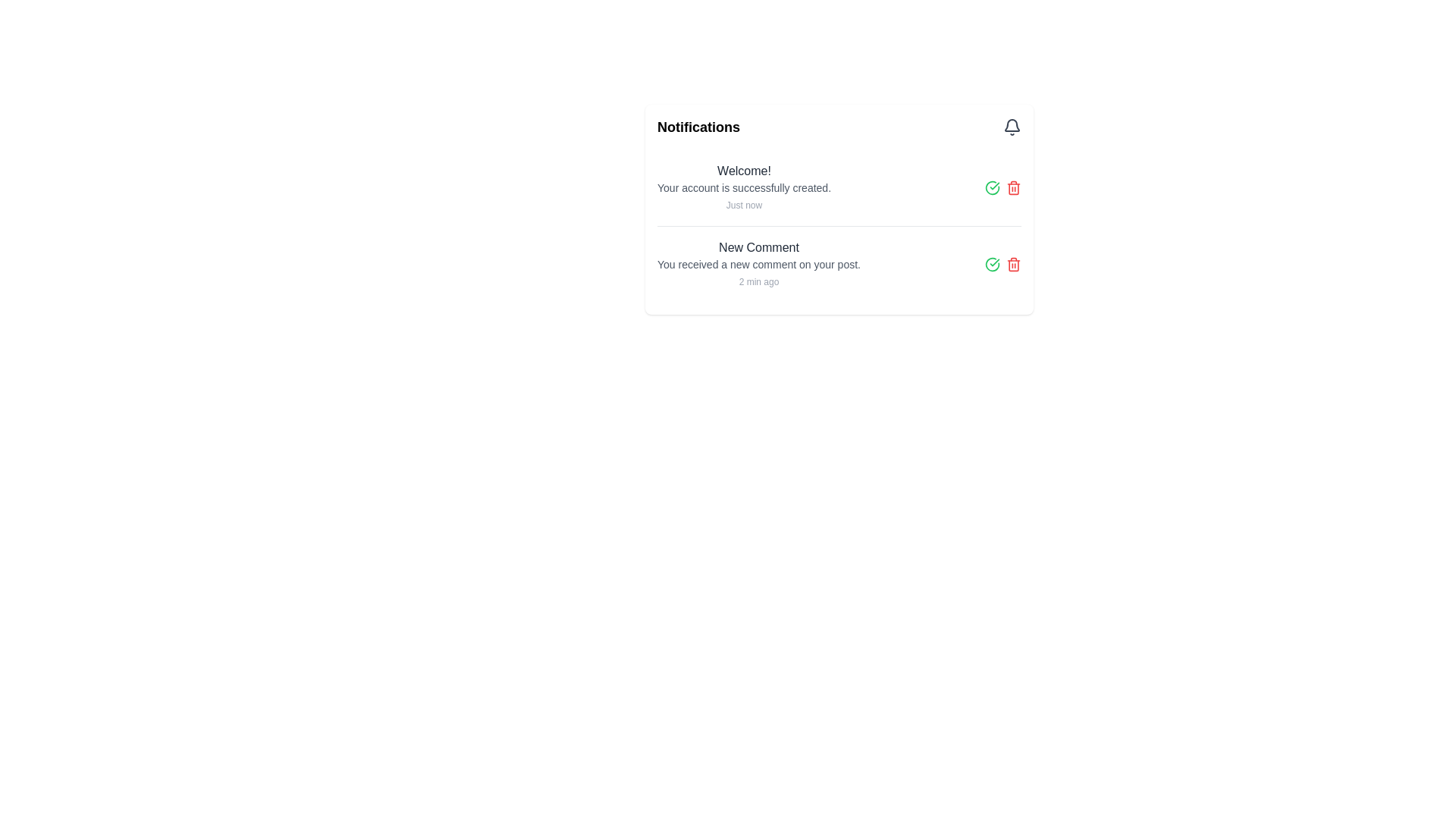 The width and height of the screenshot is (1456, 819). I want to click on the 'Notifications' text label, which is styled with a large font size and bold weight, located at the top-left corner of the notification panel, so click(698, 127).